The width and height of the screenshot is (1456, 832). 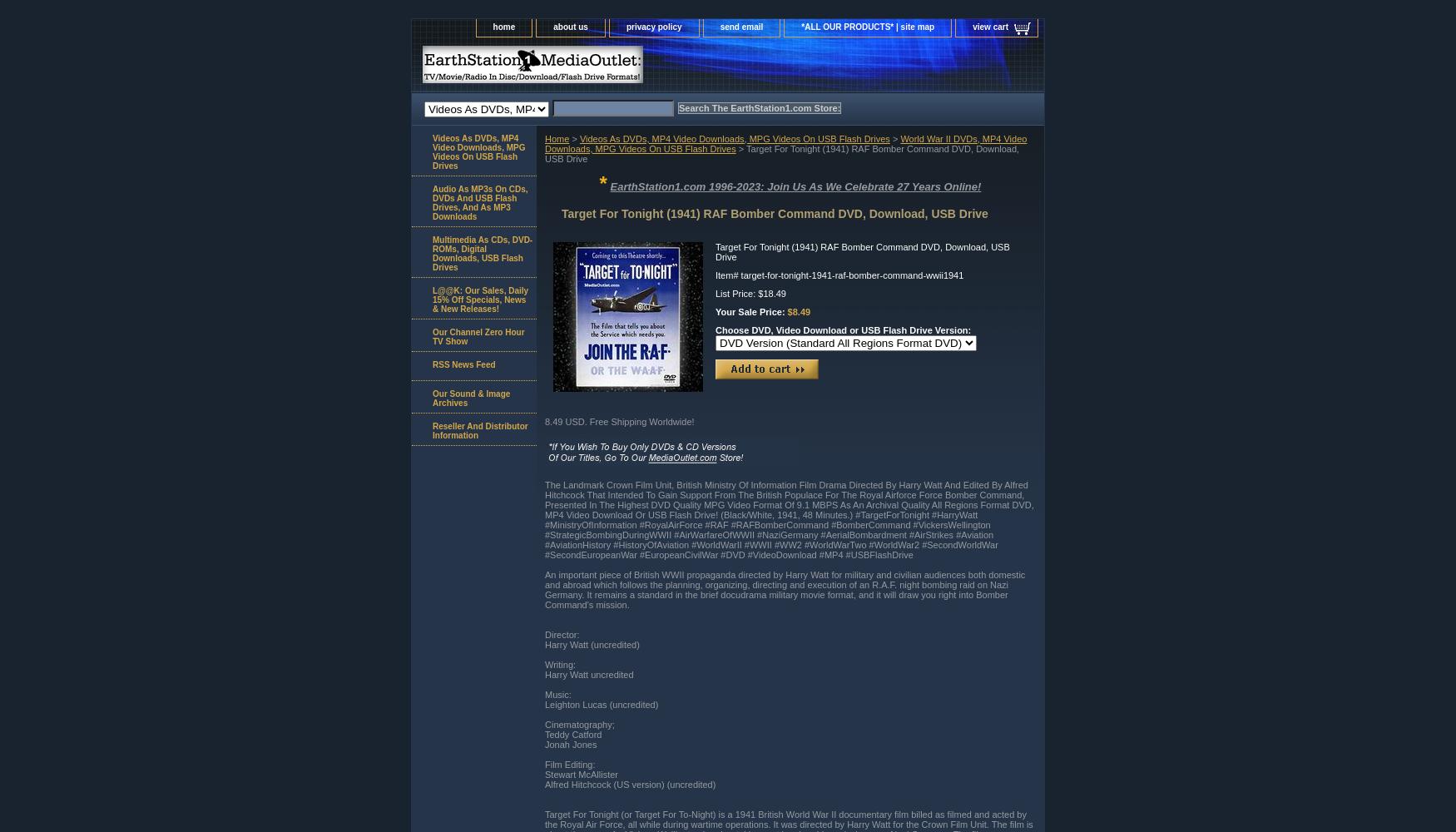 I want to click on '> Target For Tonight (1941) RAF Bomber Command DVD, Download, USB Drive', so click(x=781, y=153).